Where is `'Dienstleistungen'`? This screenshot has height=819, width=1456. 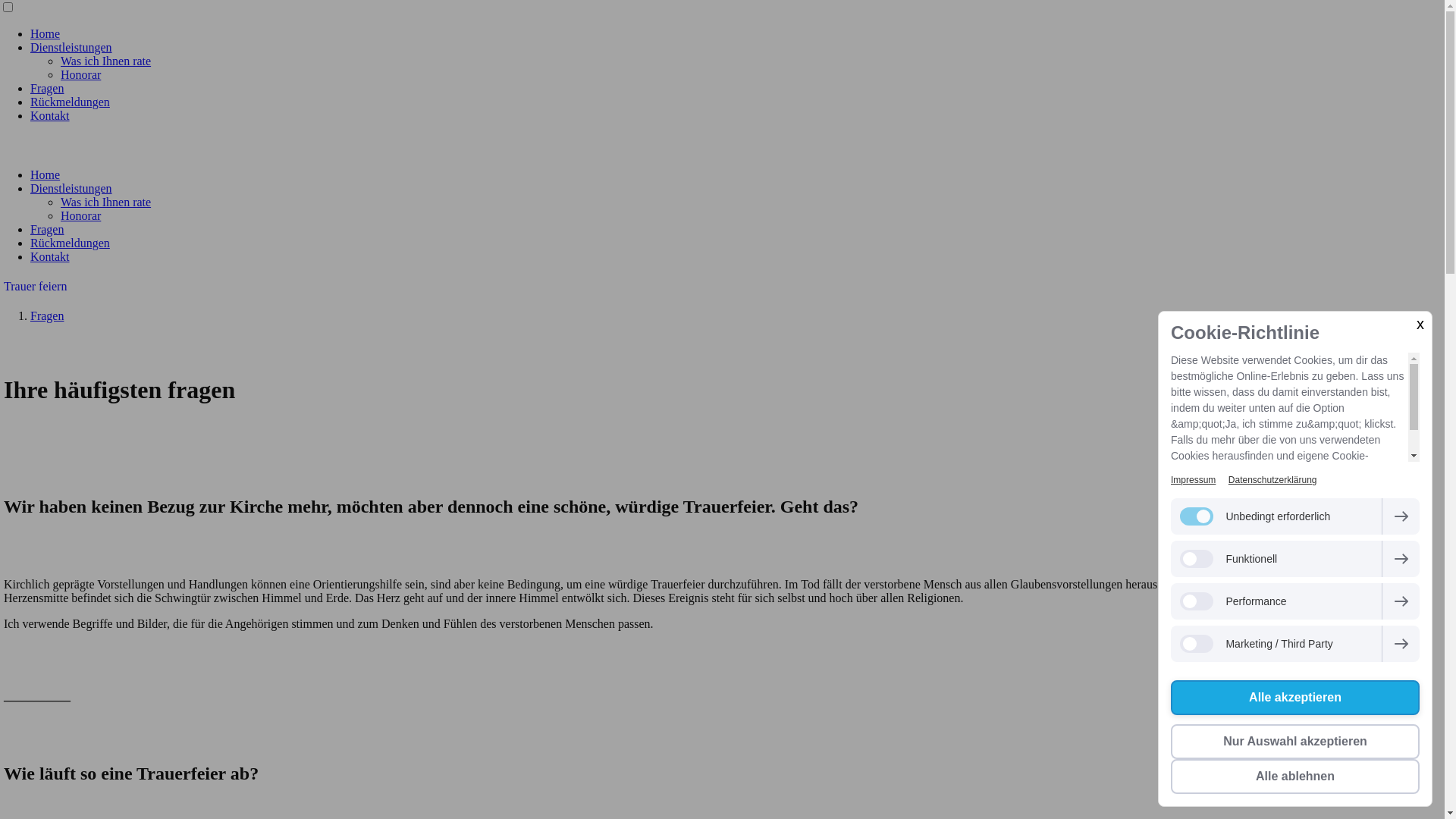 'Dienstleistungen' is located at coordinates (71, 187).